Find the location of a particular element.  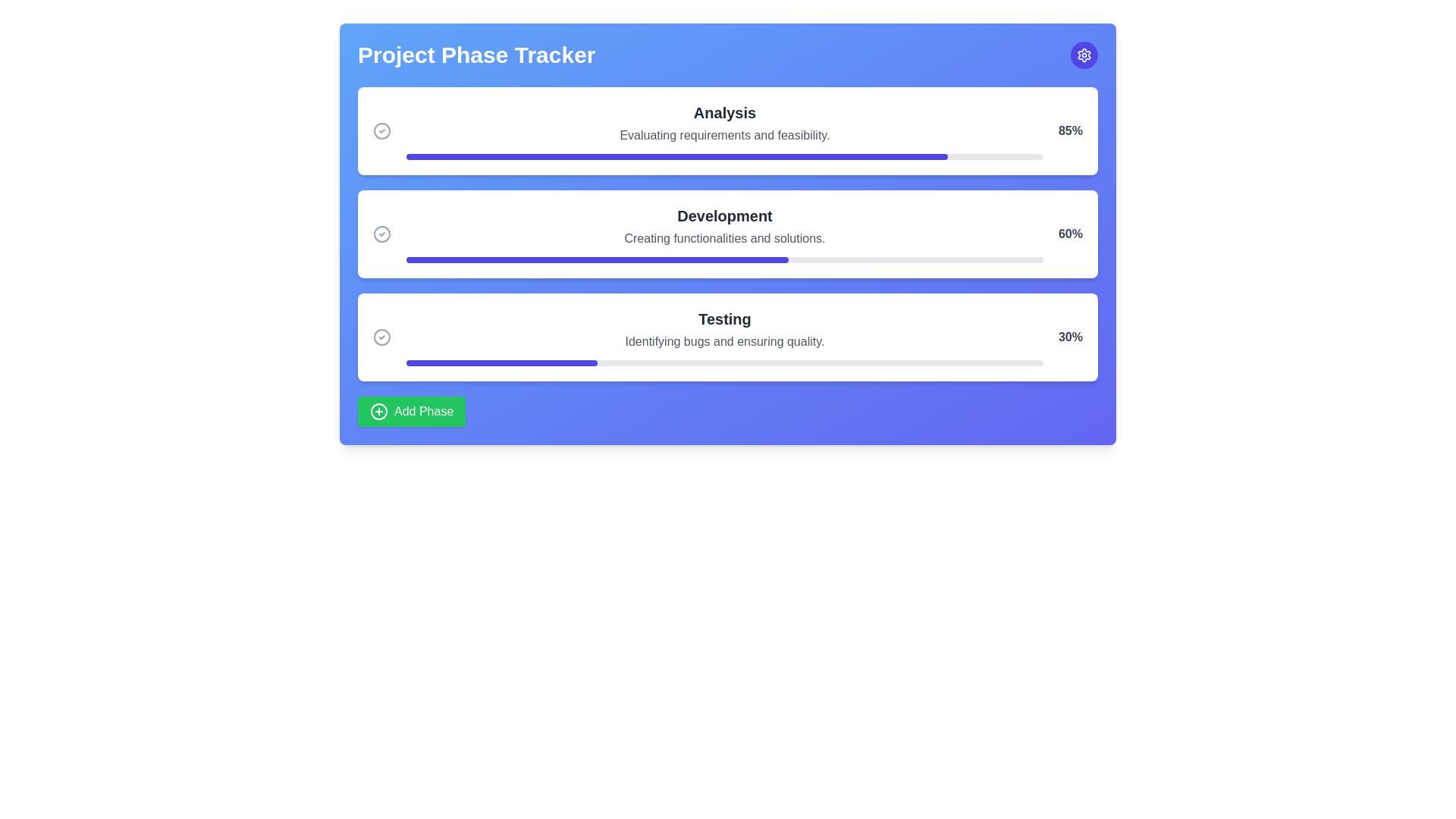

the progress indicator located beneath the text 'Identifying bugs and ensuring quality.' in the 'Testing' section, which is the third progress bar from the top of the layout is located at coordinates (723, 362).